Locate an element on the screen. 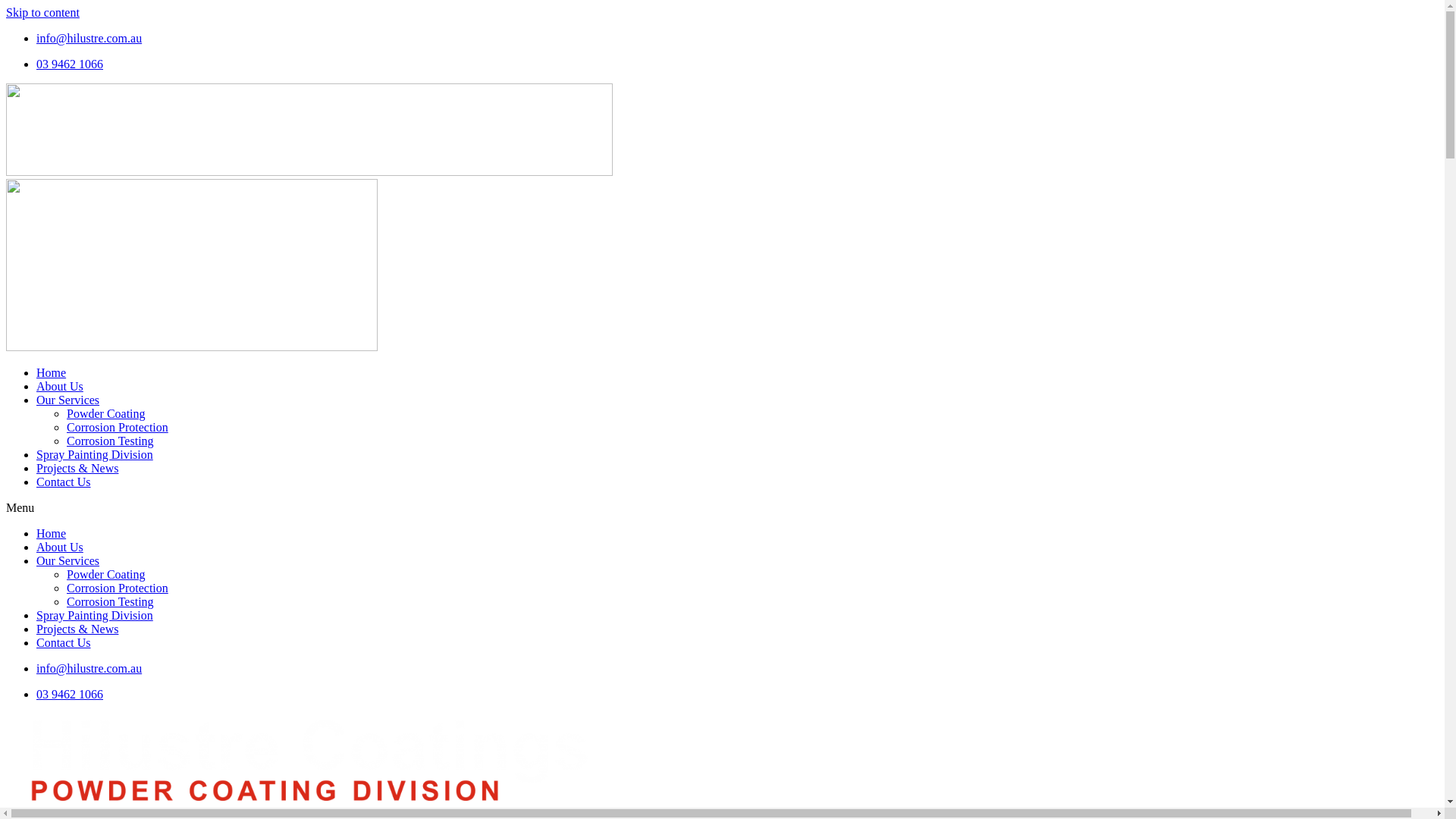  'About Us' is located at coordinates (36, 385).